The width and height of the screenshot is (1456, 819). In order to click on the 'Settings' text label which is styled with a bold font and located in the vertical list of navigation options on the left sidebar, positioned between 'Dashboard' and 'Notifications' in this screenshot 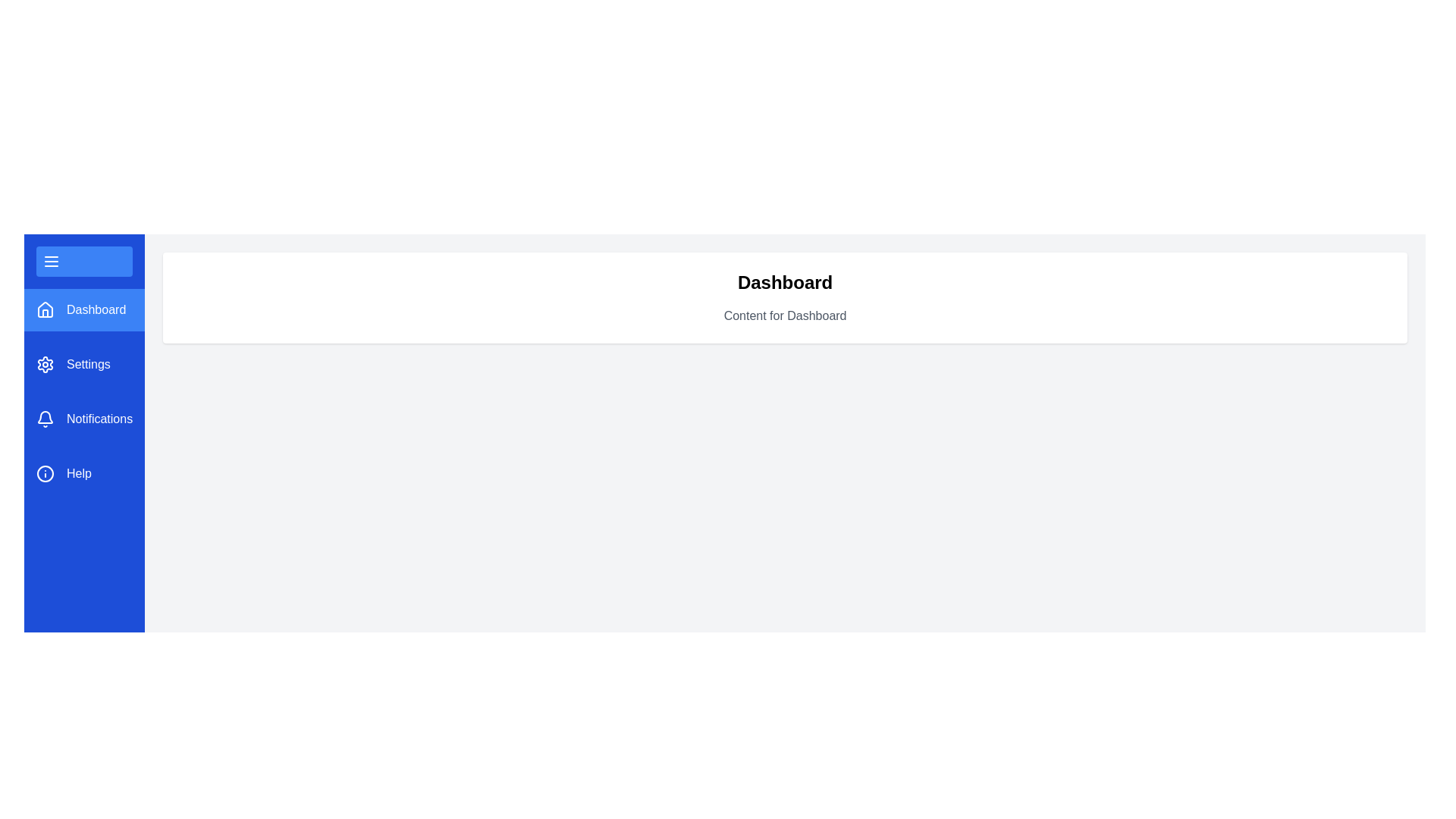, I will do `click(87, 365)`.